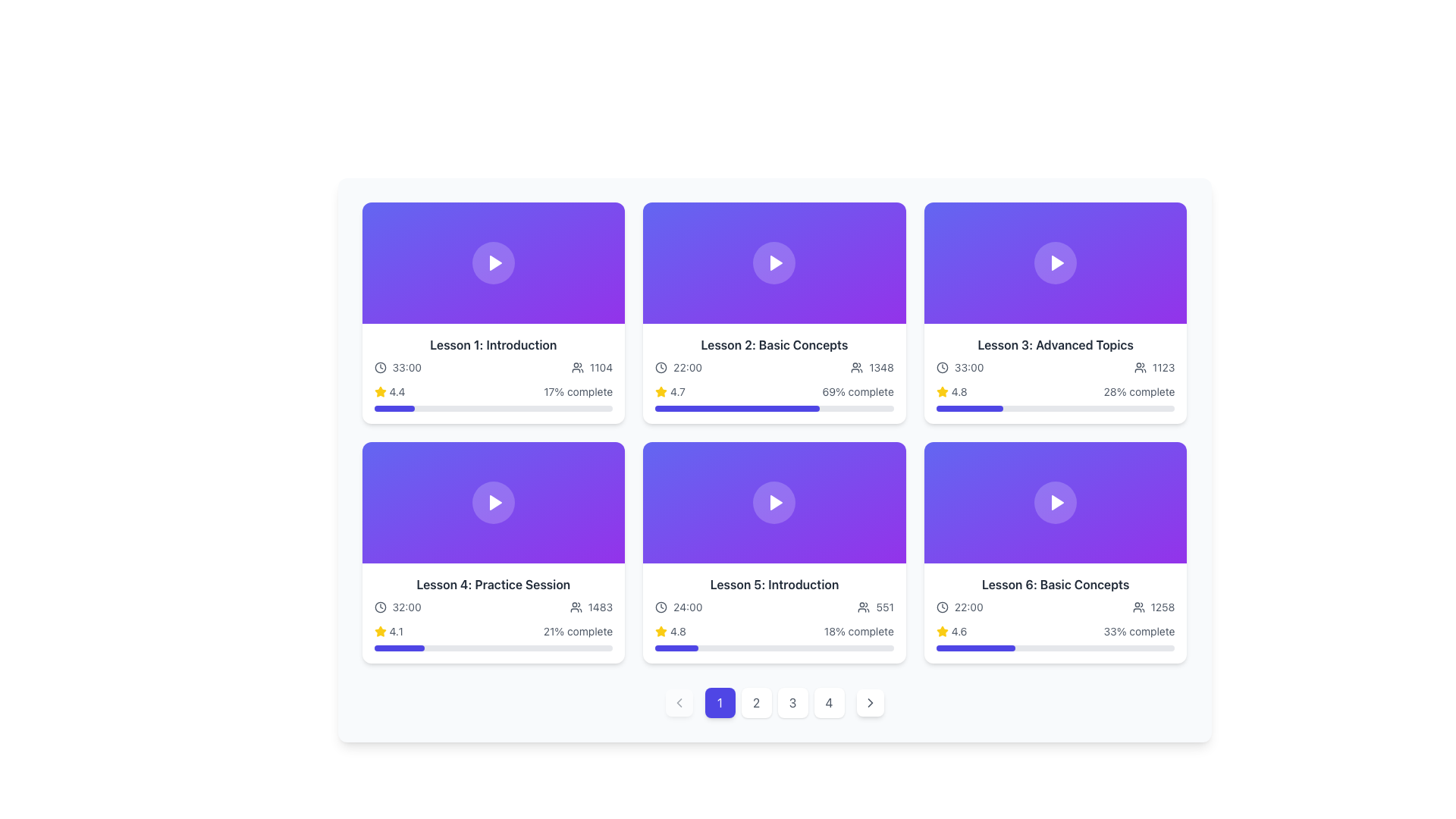  Describe the element at coordinates (661, 368) in the screenshot. I see `the primary circular border of the clock icon located near the text '22:00' in the second card of the grid` at that location.